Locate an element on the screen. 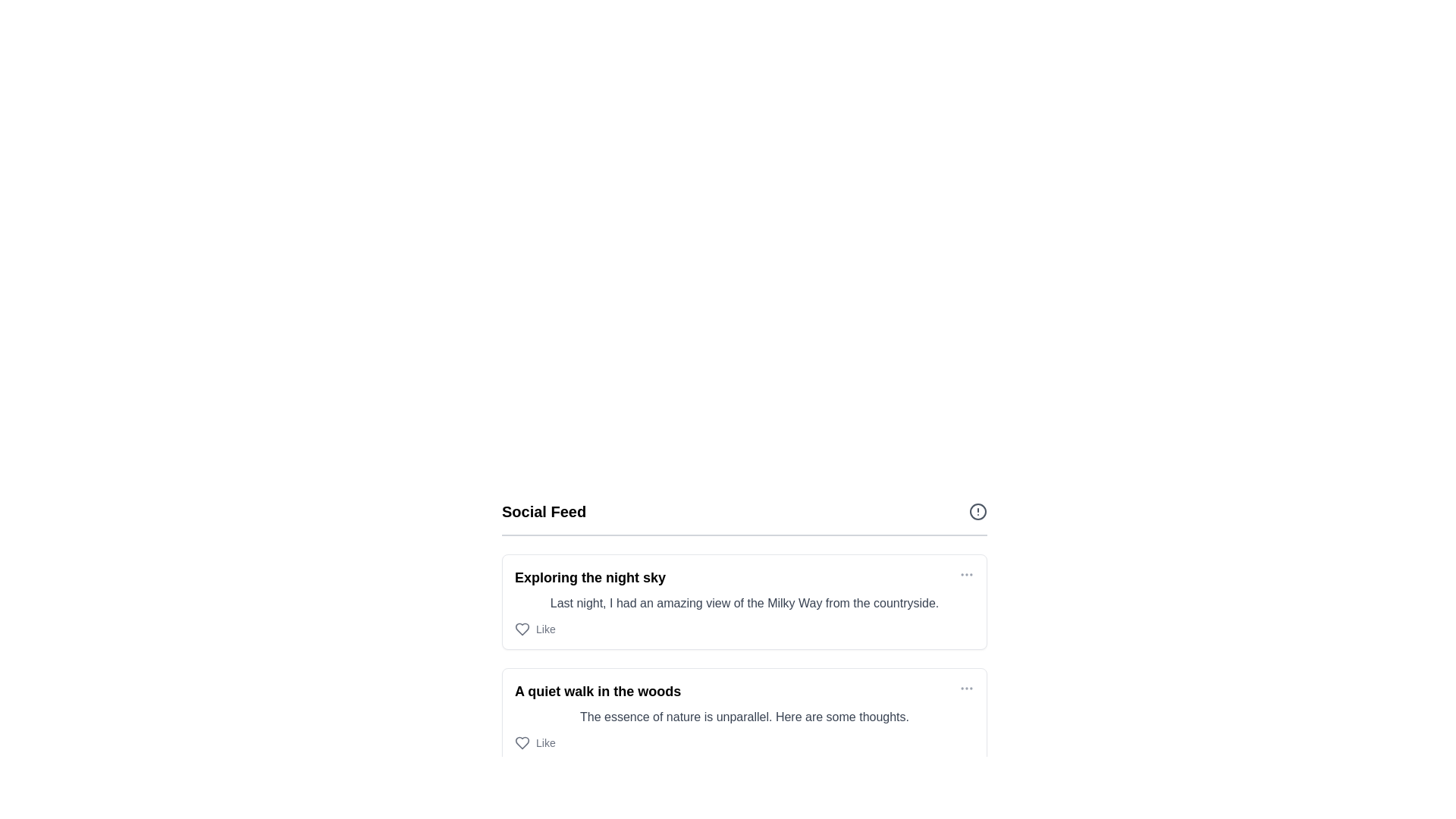 The width and height of the screenshot is (1456, 819). the heart icon that indicates the 'like' feature, located next to the text 'Like' below the post titled 'Exploring the night sky' is located at coordinates (522, 629).